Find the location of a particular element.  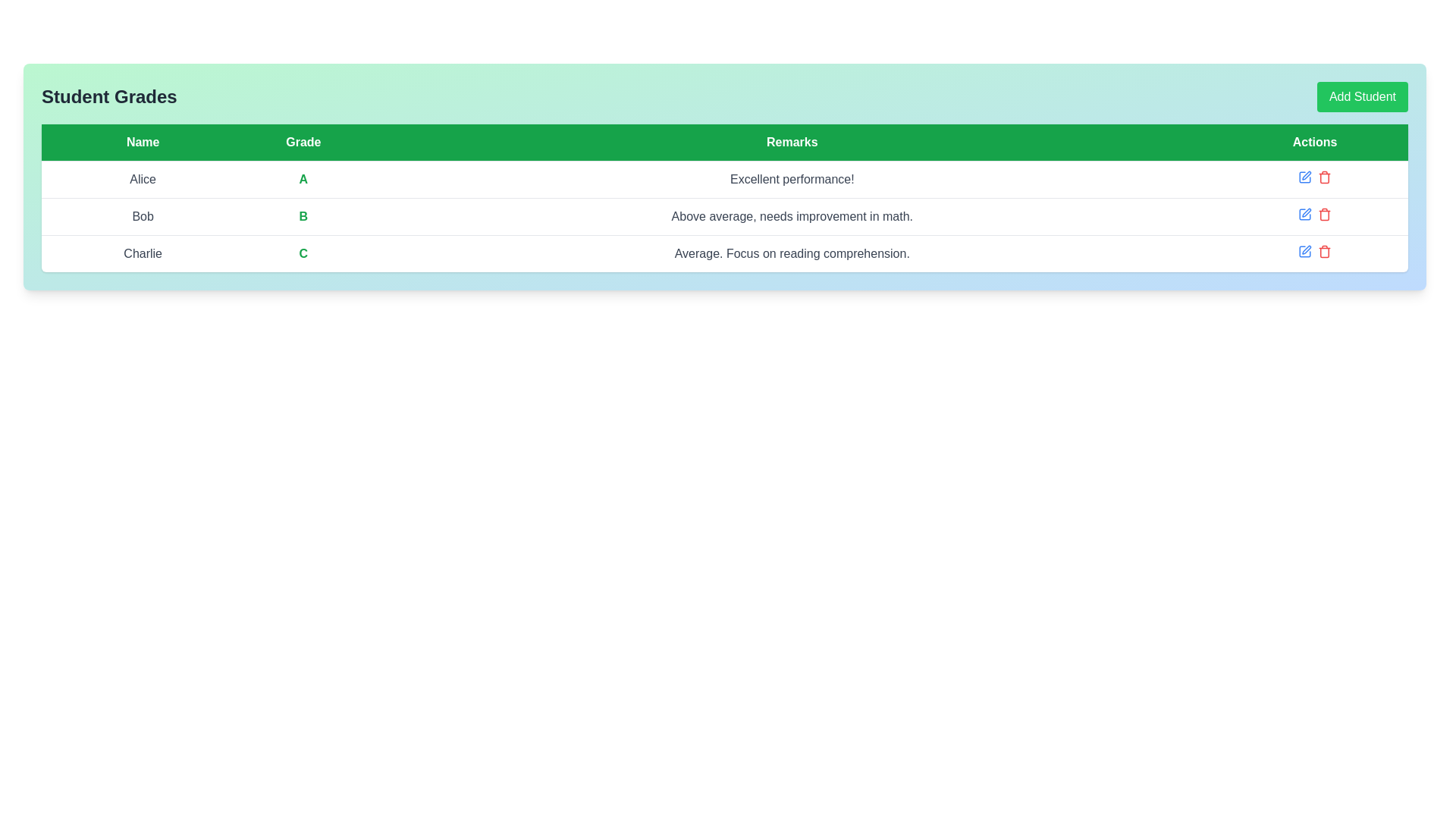

the third row in the table containing the text 'Charlie C Average. Focus on reading comprehension.' is located at coordinates (723, 253).